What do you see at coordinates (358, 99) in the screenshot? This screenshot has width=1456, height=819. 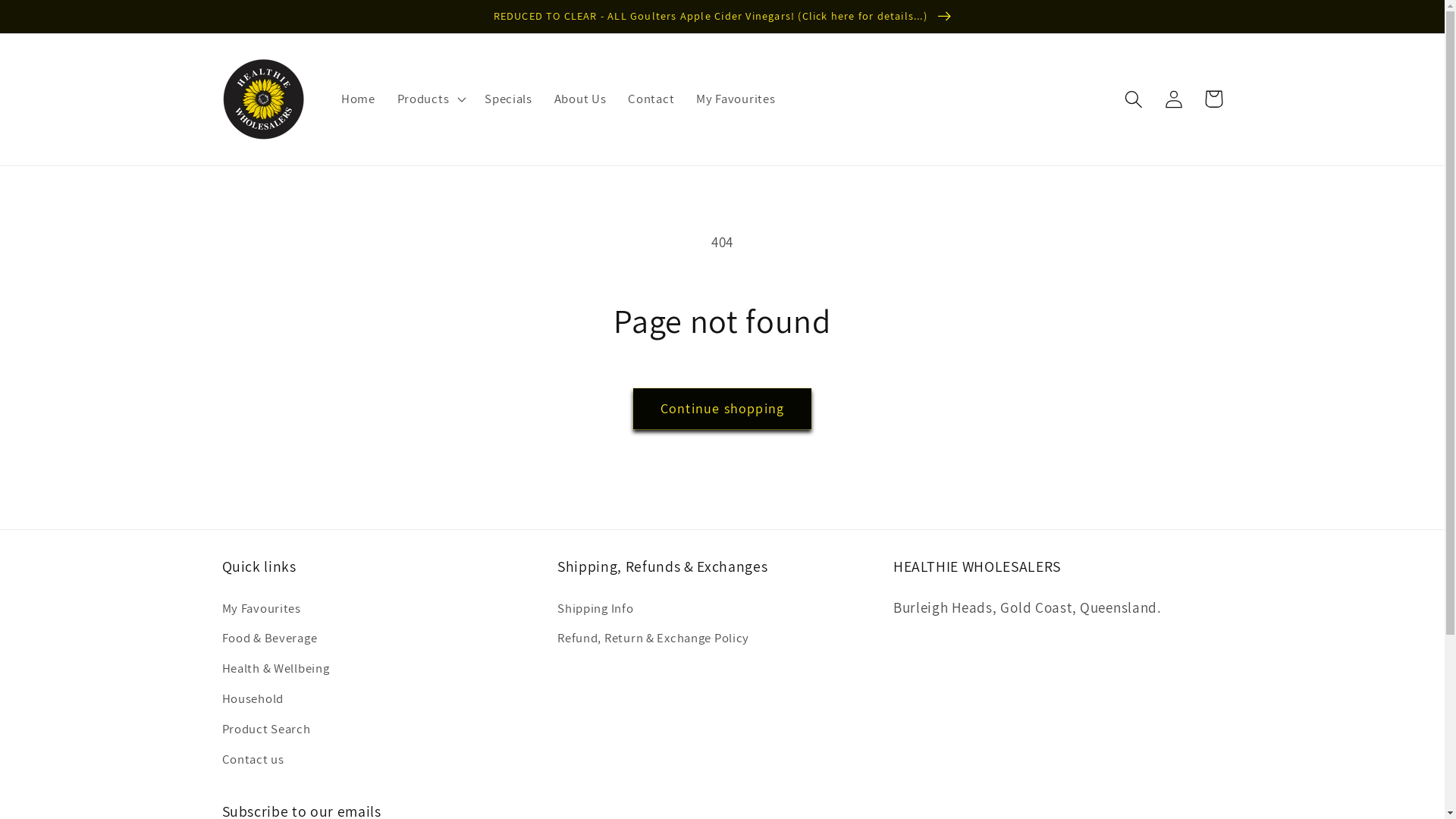 I see `'Home'` at bounding box center [358, 99].